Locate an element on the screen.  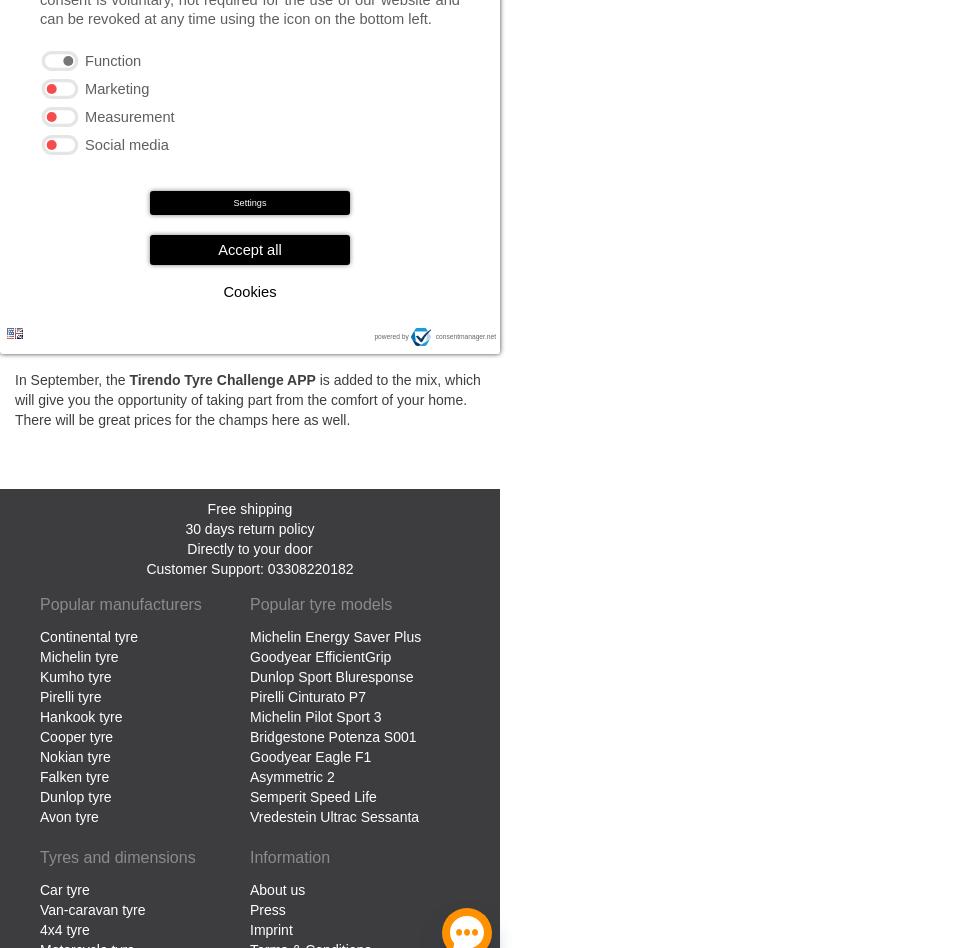
'is added to the mix, which will give you the opportunity of taking part from the comfort of your home. There will be great prices for the champs here as well.' is located at coordinates (14, 398).